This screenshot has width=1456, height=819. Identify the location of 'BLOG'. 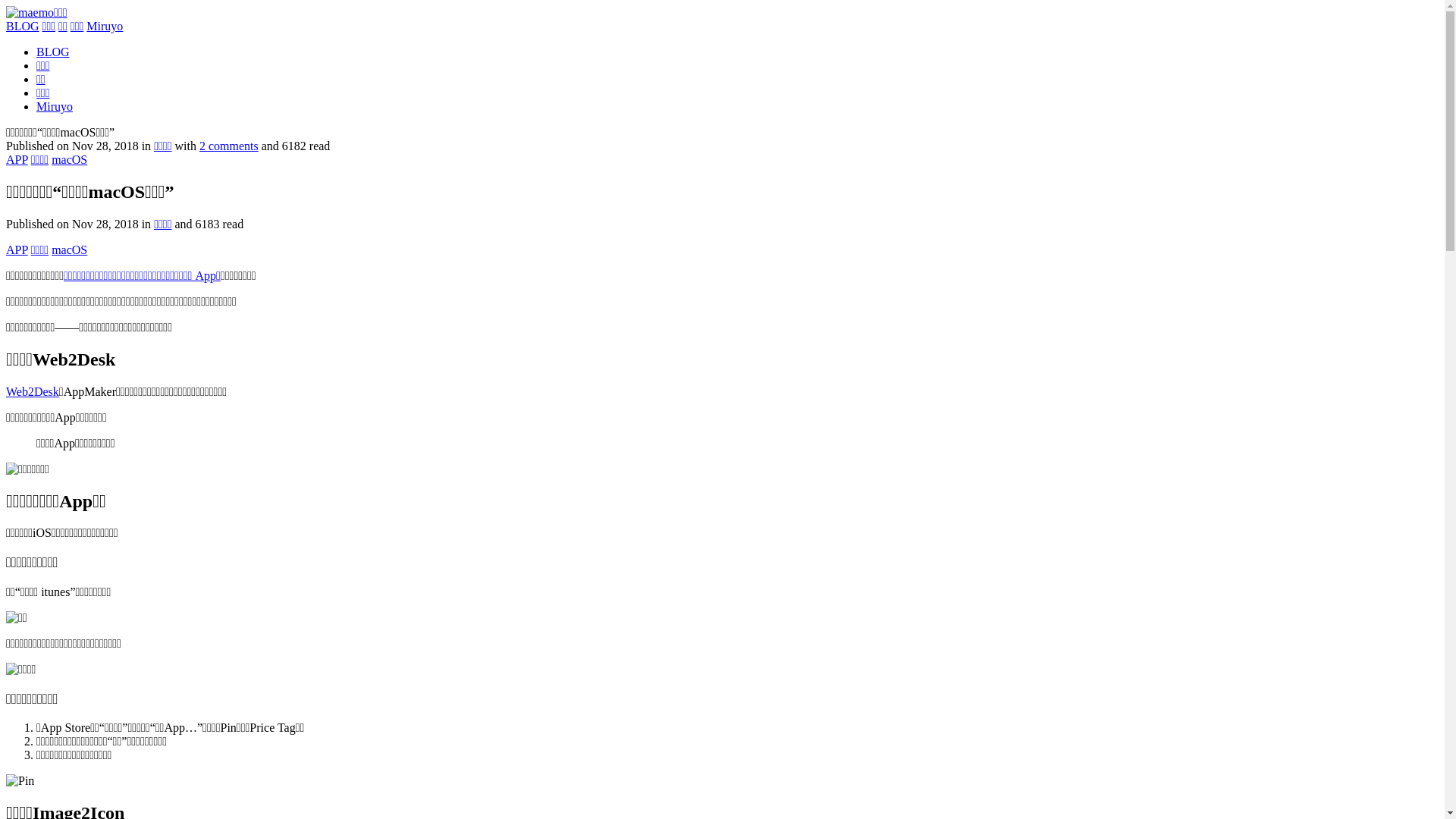
(22, 26).